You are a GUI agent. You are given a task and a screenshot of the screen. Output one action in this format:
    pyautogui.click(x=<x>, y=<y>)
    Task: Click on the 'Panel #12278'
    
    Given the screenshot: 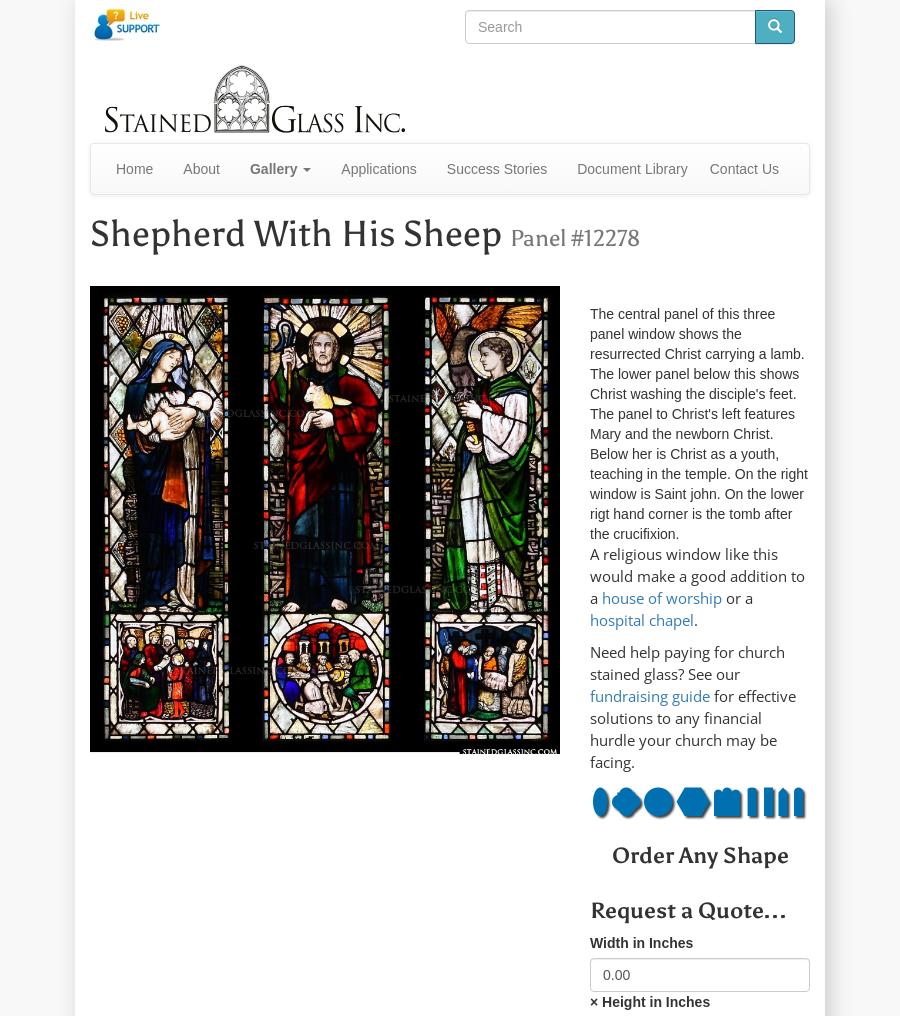 What is the action you would take?
    pyautogui.click(x=575, y=237)
    